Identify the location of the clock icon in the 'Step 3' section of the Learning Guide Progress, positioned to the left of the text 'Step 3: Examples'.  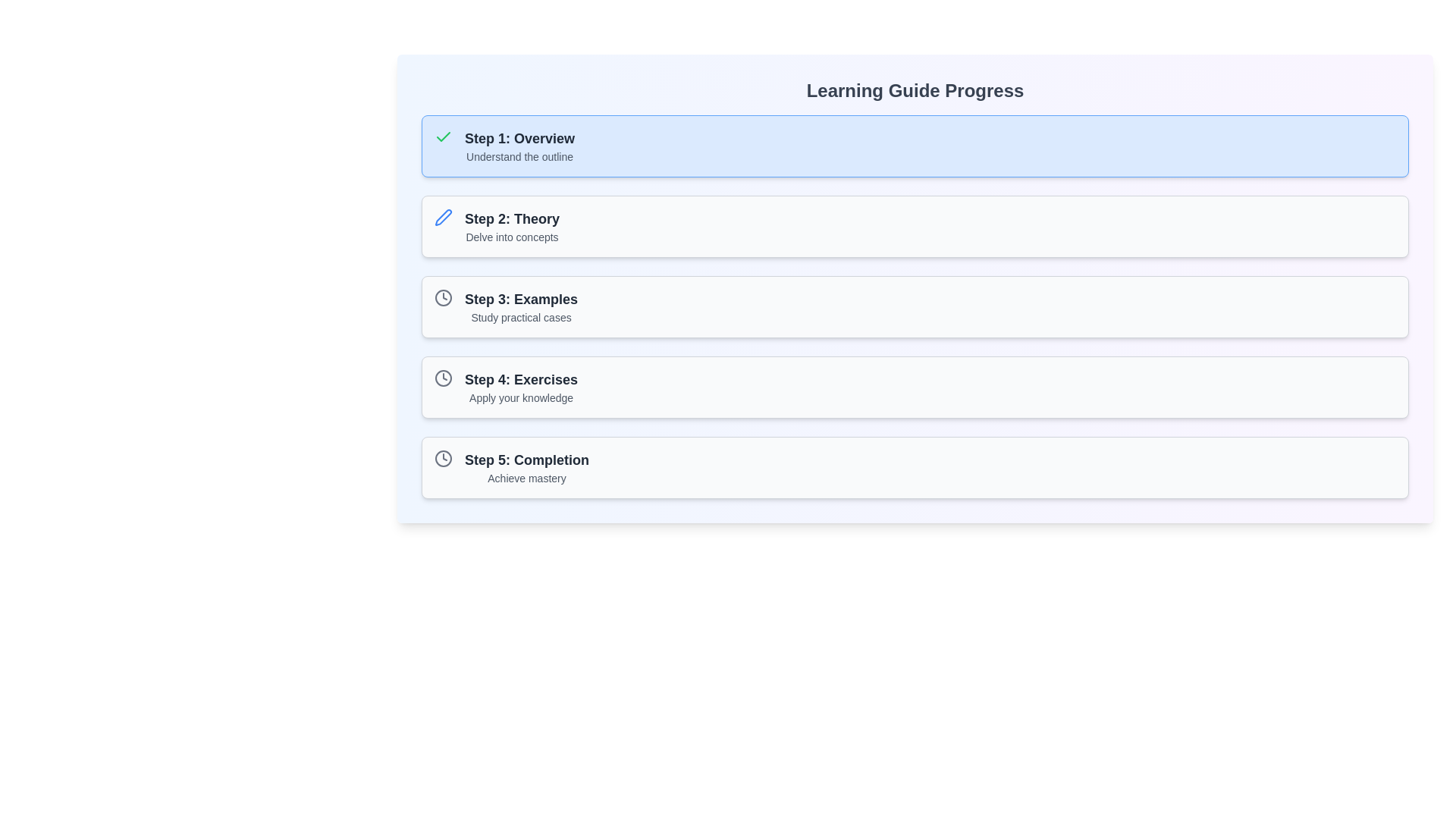
(443, 298).